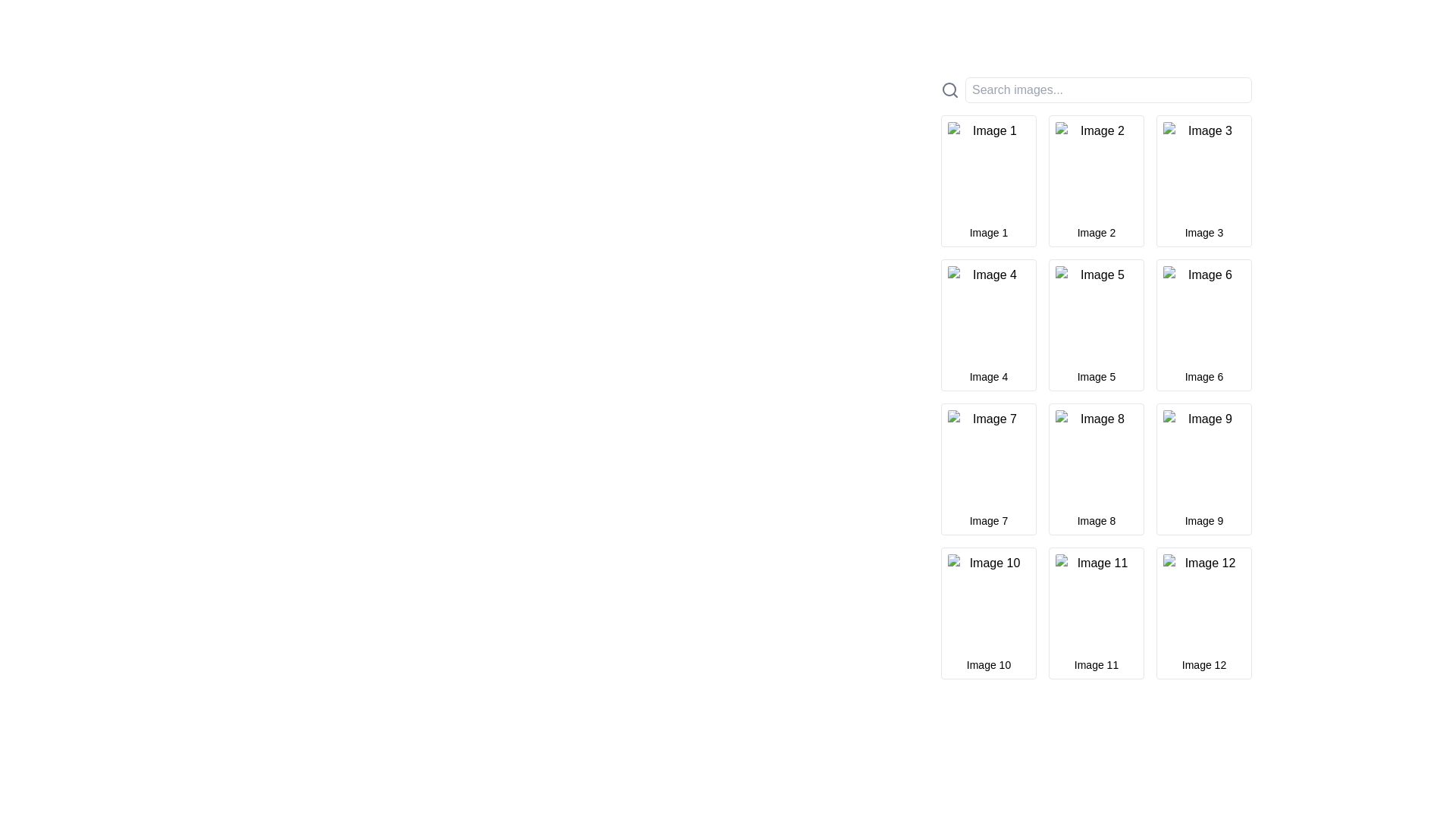 The height and width of the screenshot is (819, 1456). What do you see at coordinates (1096, 180) in the screenshot?
I see `the second grid item` at bounding box center [1096, 180].